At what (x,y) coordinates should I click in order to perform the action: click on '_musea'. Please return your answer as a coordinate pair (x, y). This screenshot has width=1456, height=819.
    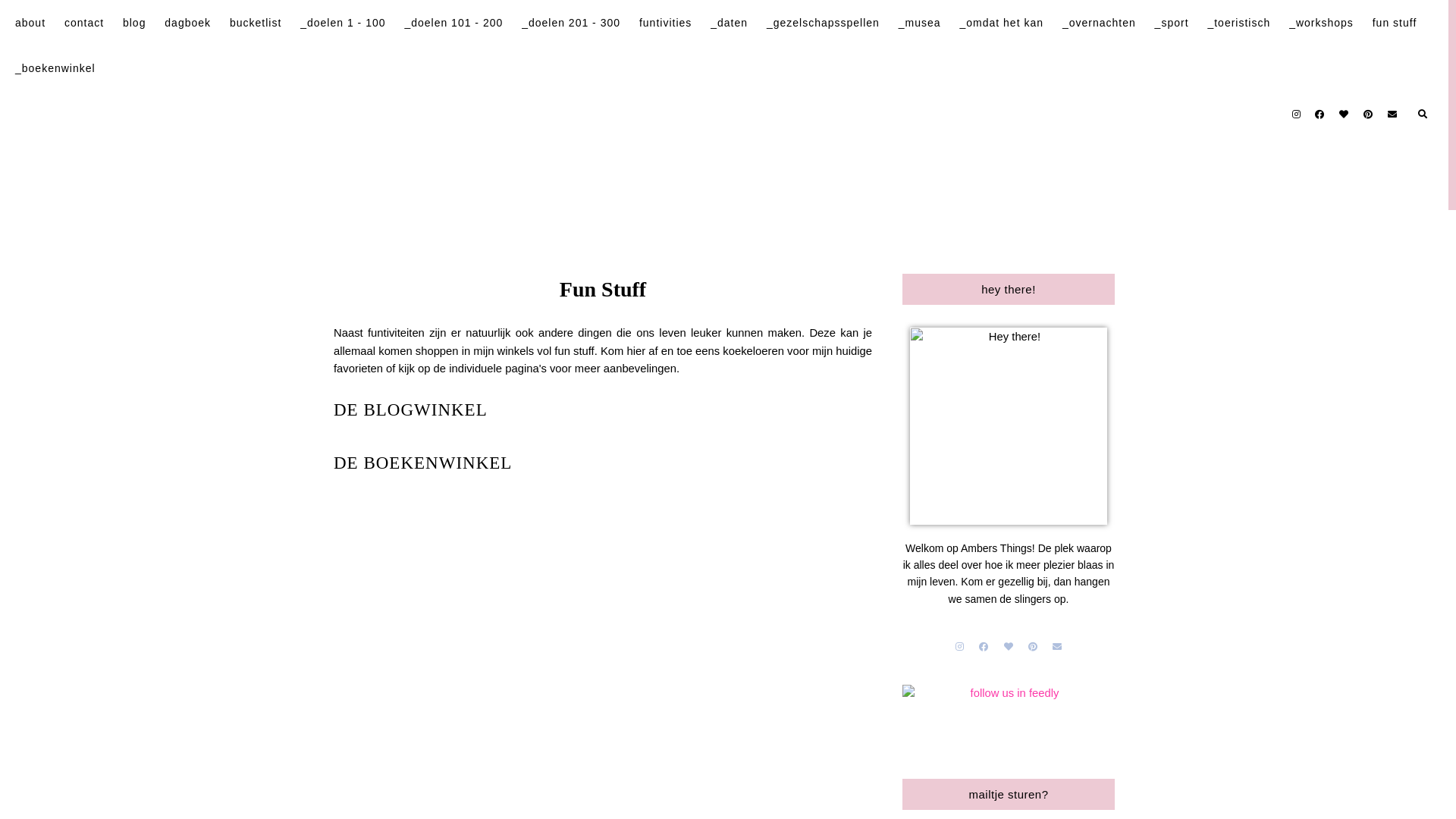
    Looking at the image, I should click on (919, 23).